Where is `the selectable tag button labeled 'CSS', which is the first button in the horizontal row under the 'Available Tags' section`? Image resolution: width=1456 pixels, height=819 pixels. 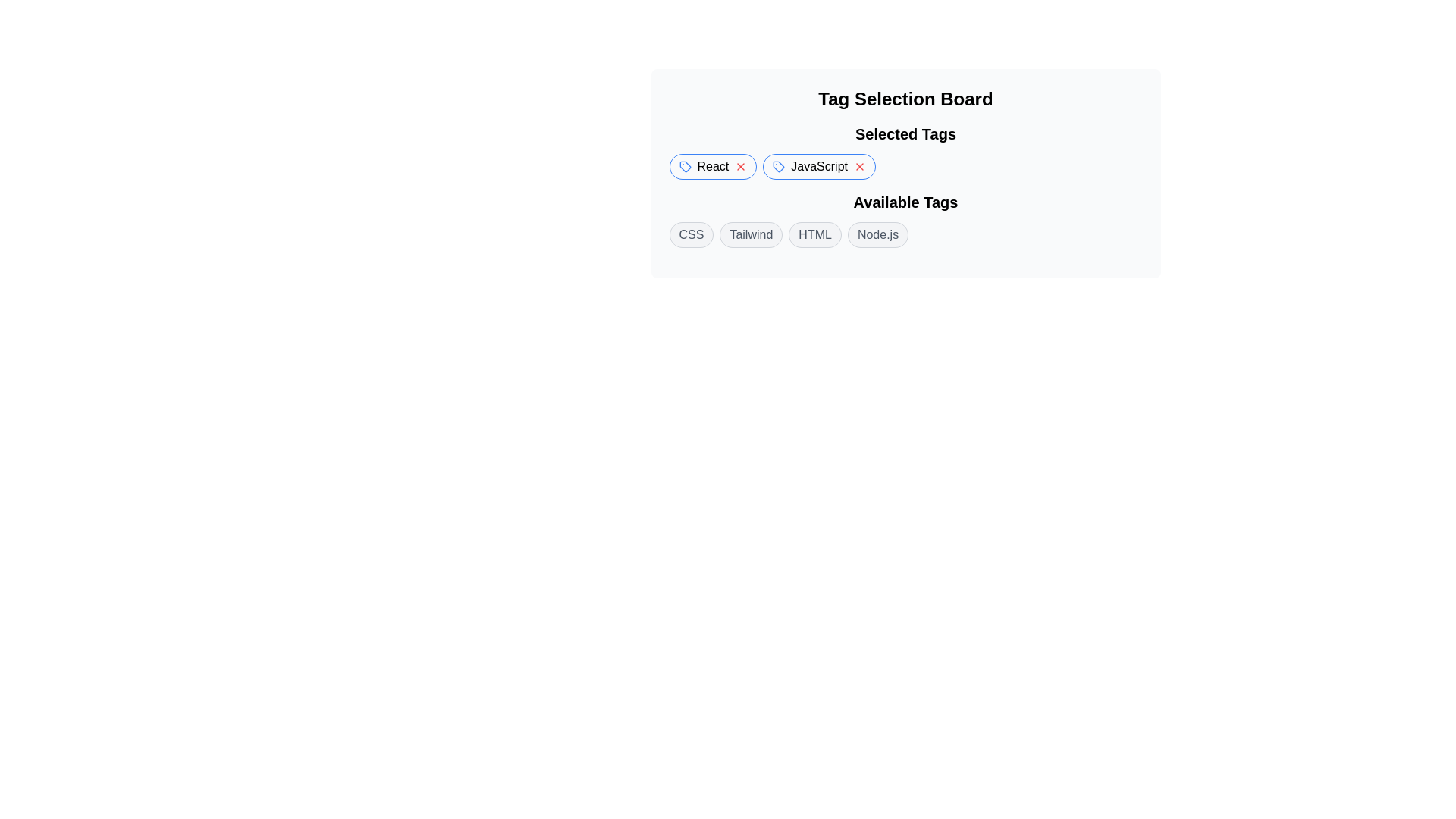
the selectable tag button labeled 'CSS', which is the first button in the horizontal row under the 'Available Tags' section is located at coordinates (691, 234).